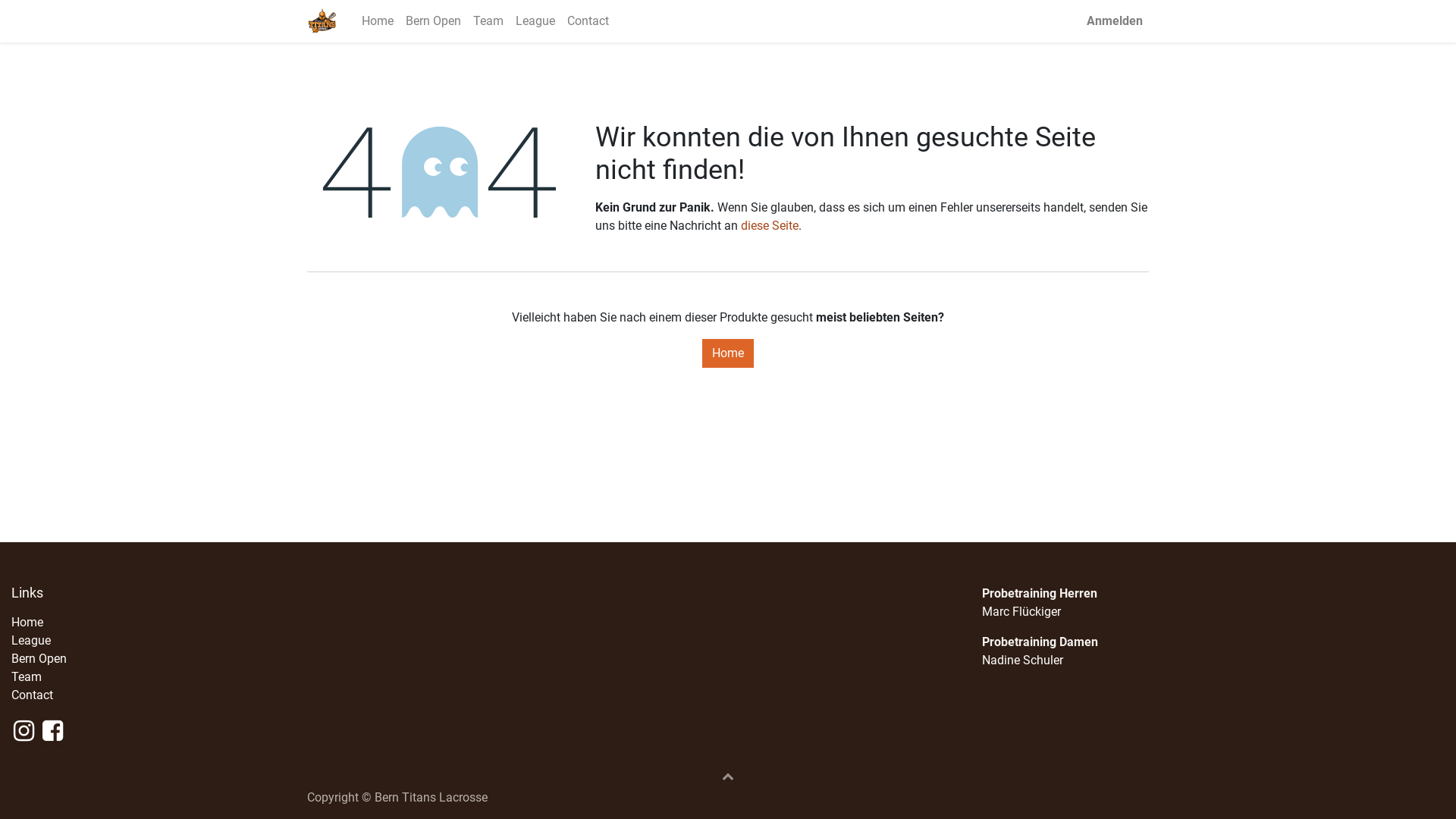 The height and width of the screenshot is (819, 1456). What do you see at coordinates (432, 20) in the screenshot?
I see `'Bern Open'` at bounding box center [432, 20].